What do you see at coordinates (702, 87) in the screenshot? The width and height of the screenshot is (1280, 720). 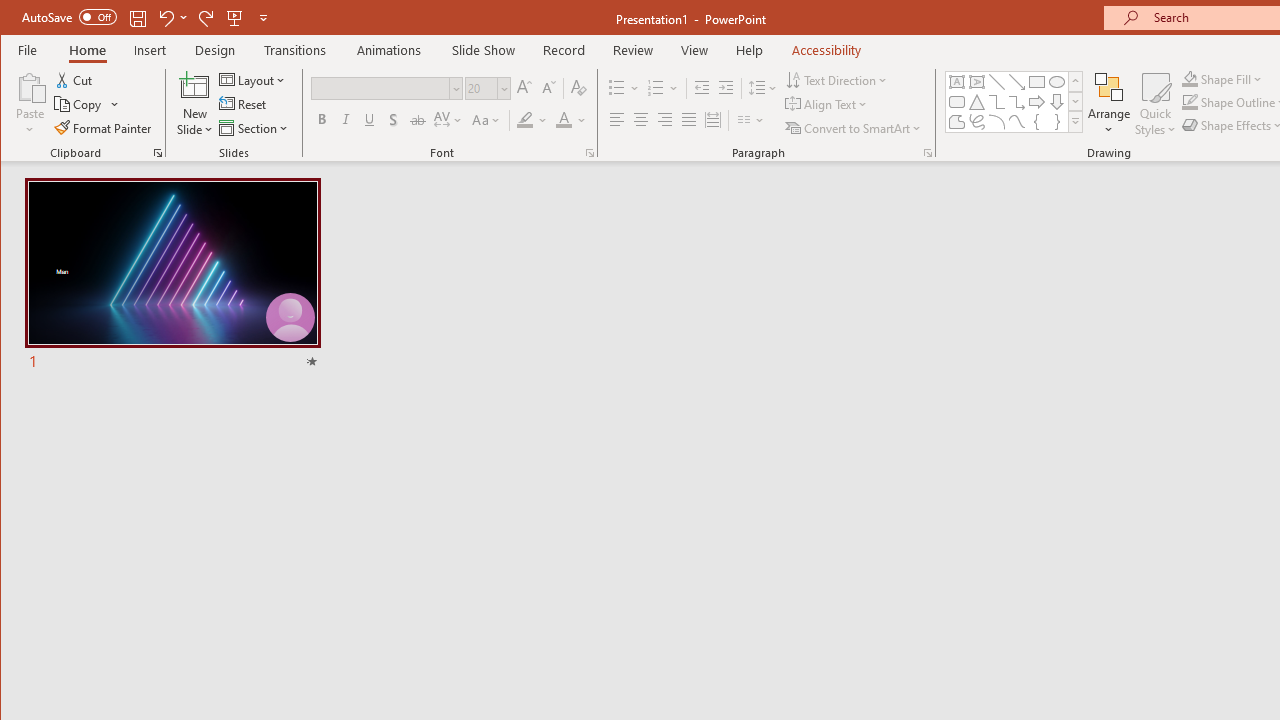 I see `'Decrease Indent'` at bounding box center [702, 87].